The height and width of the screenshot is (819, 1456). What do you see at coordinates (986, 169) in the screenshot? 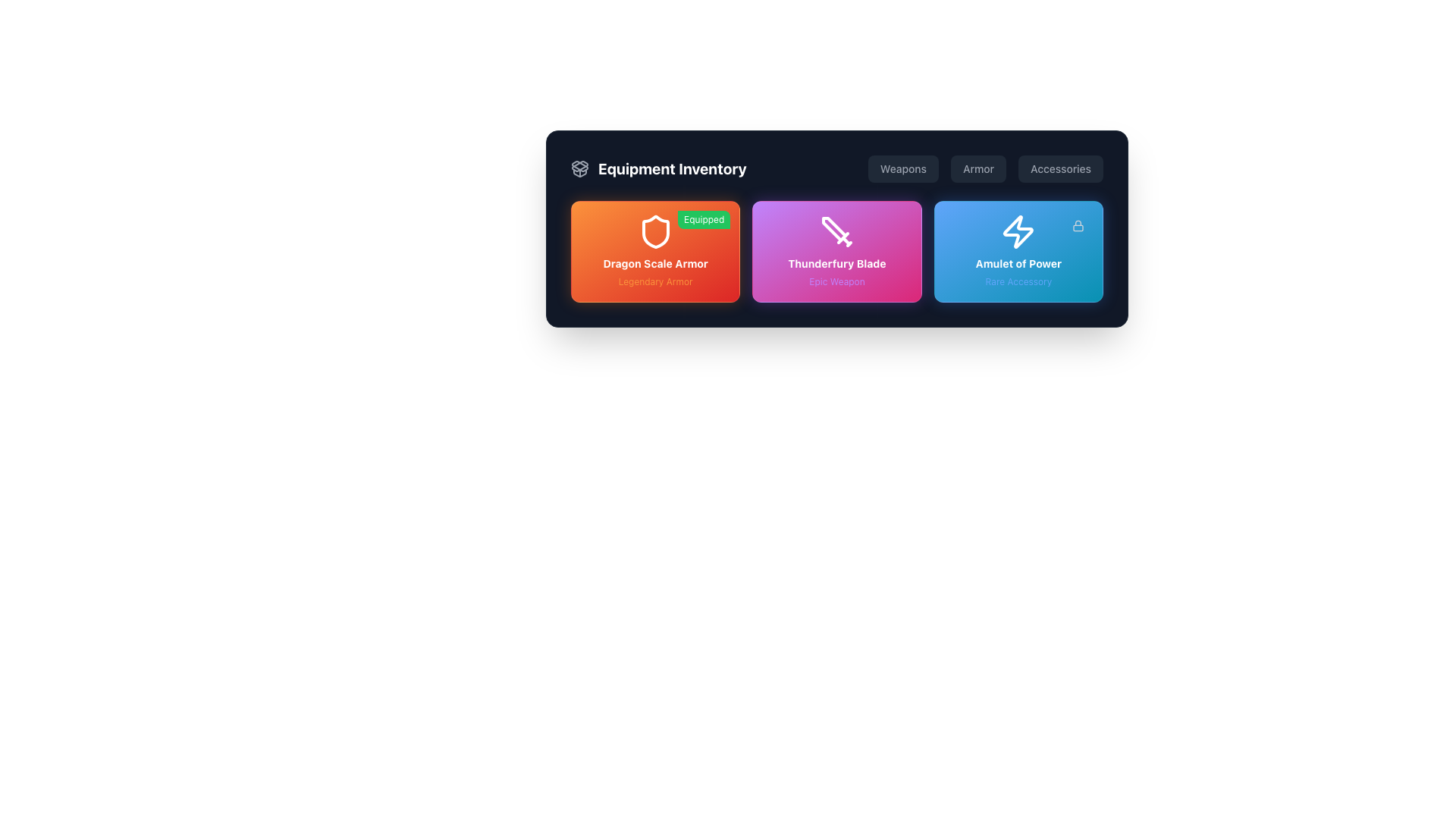
I see `the middle button labeled 'Armor' in the Equipment Inventory section` at bounding box center [986, 169].